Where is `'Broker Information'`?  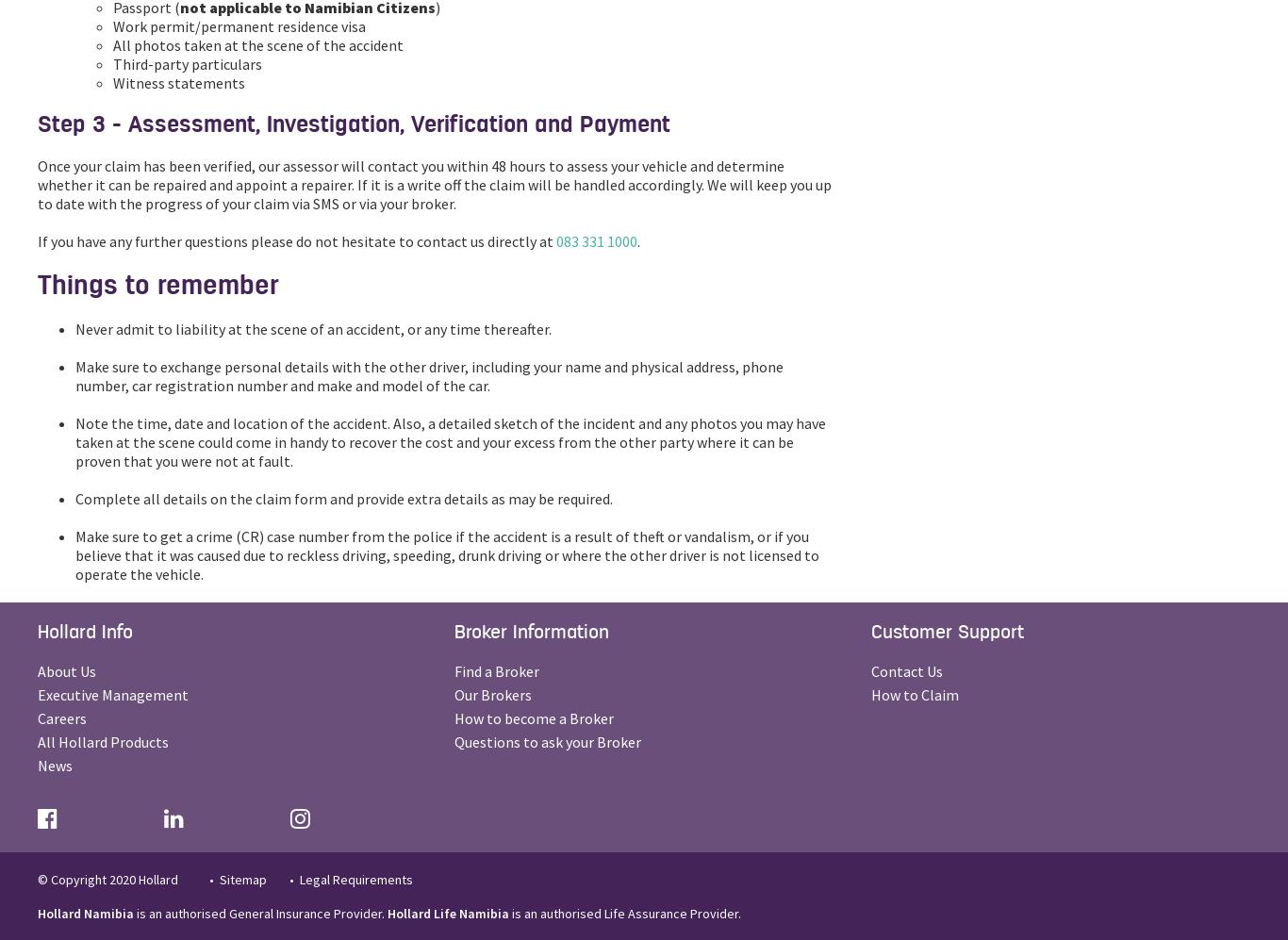 'Broker Information' is located at coordinates (531, 632).